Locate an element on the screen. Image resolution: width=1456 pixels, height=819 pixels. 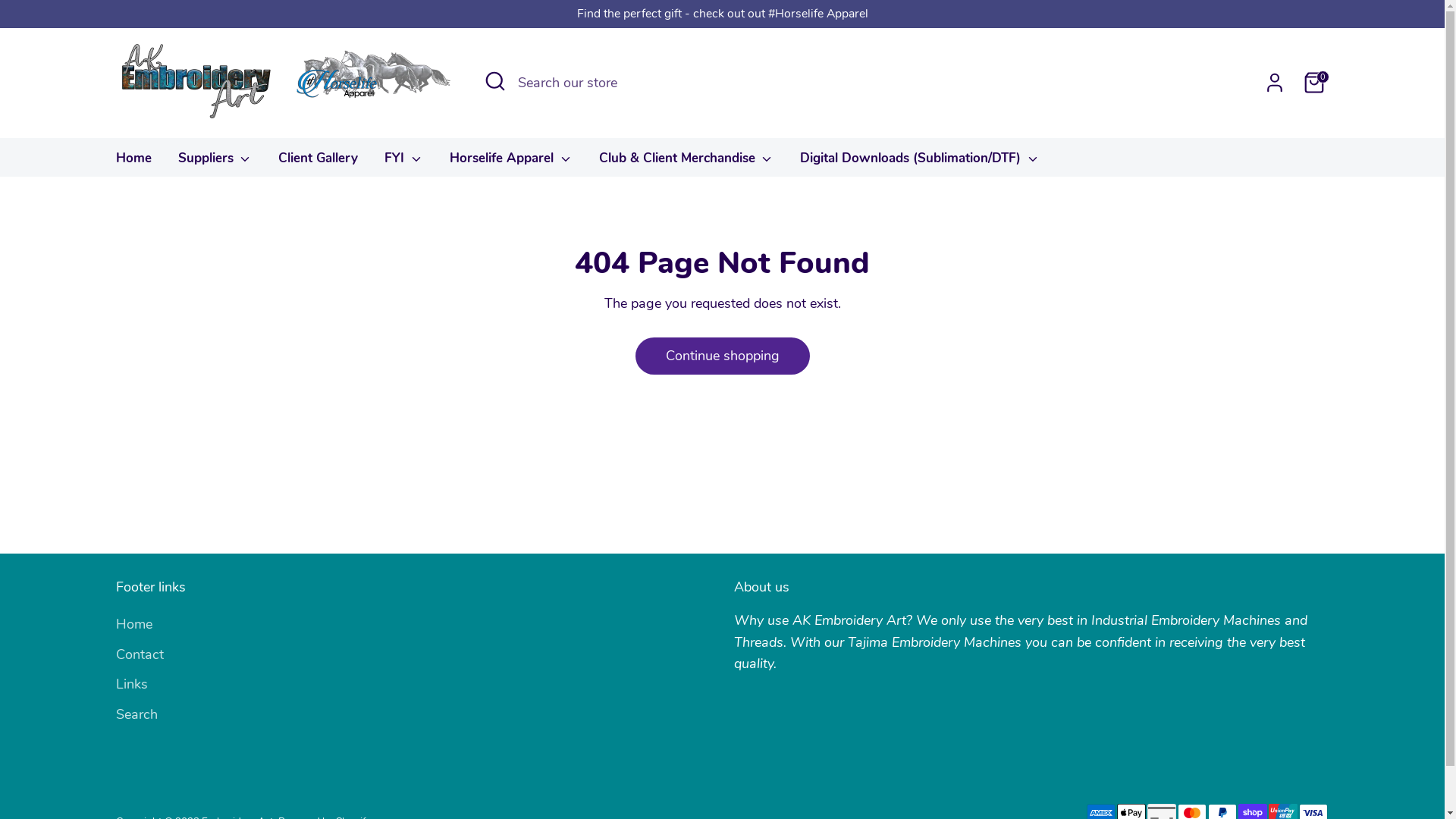
'Club & Client Merchandise' is located at coordinates (586, 163).